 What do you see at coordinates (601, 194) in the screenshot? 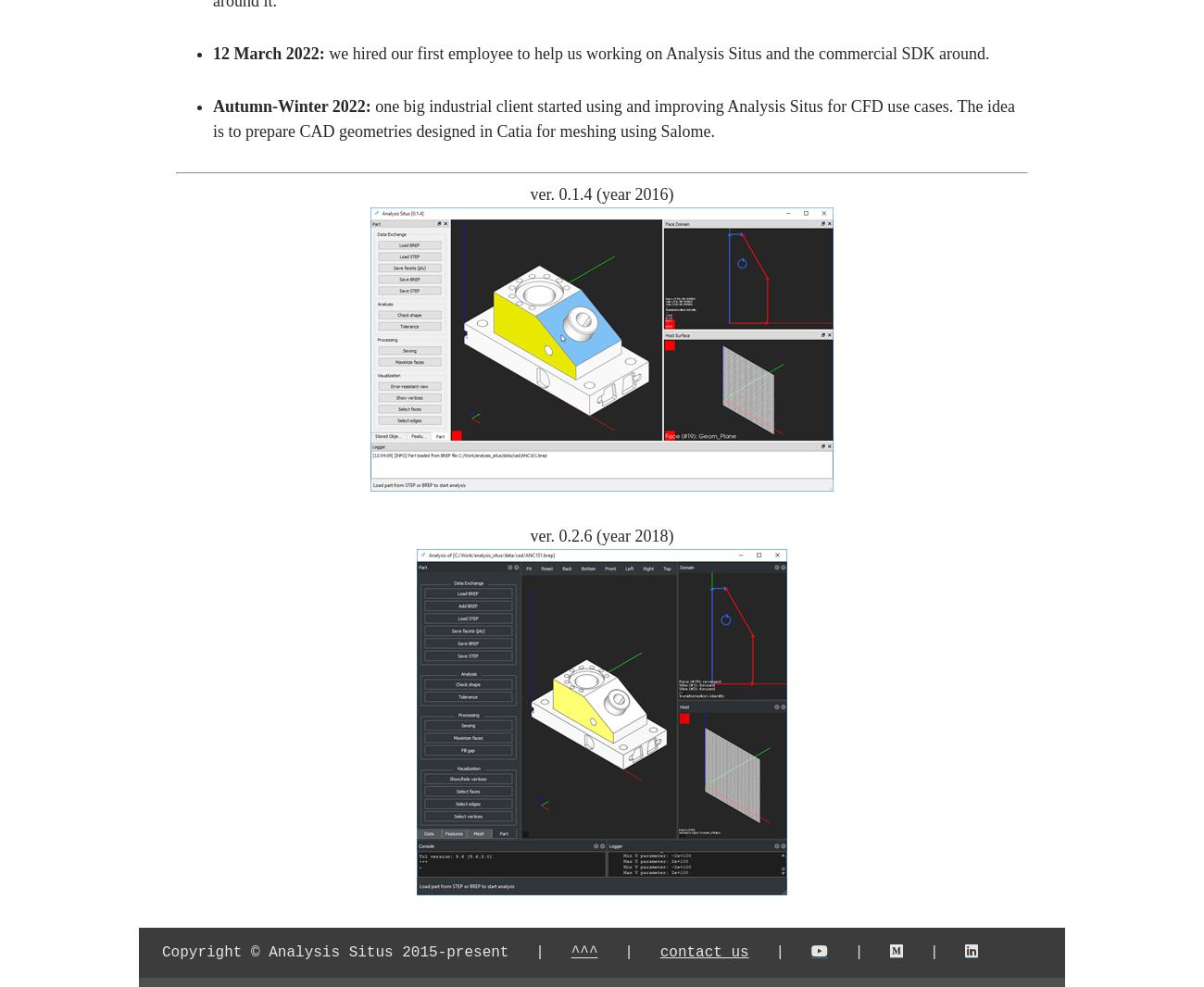
I see `'ver. 0.1.4 (year 2016)'` at bounding box center [601, 194].